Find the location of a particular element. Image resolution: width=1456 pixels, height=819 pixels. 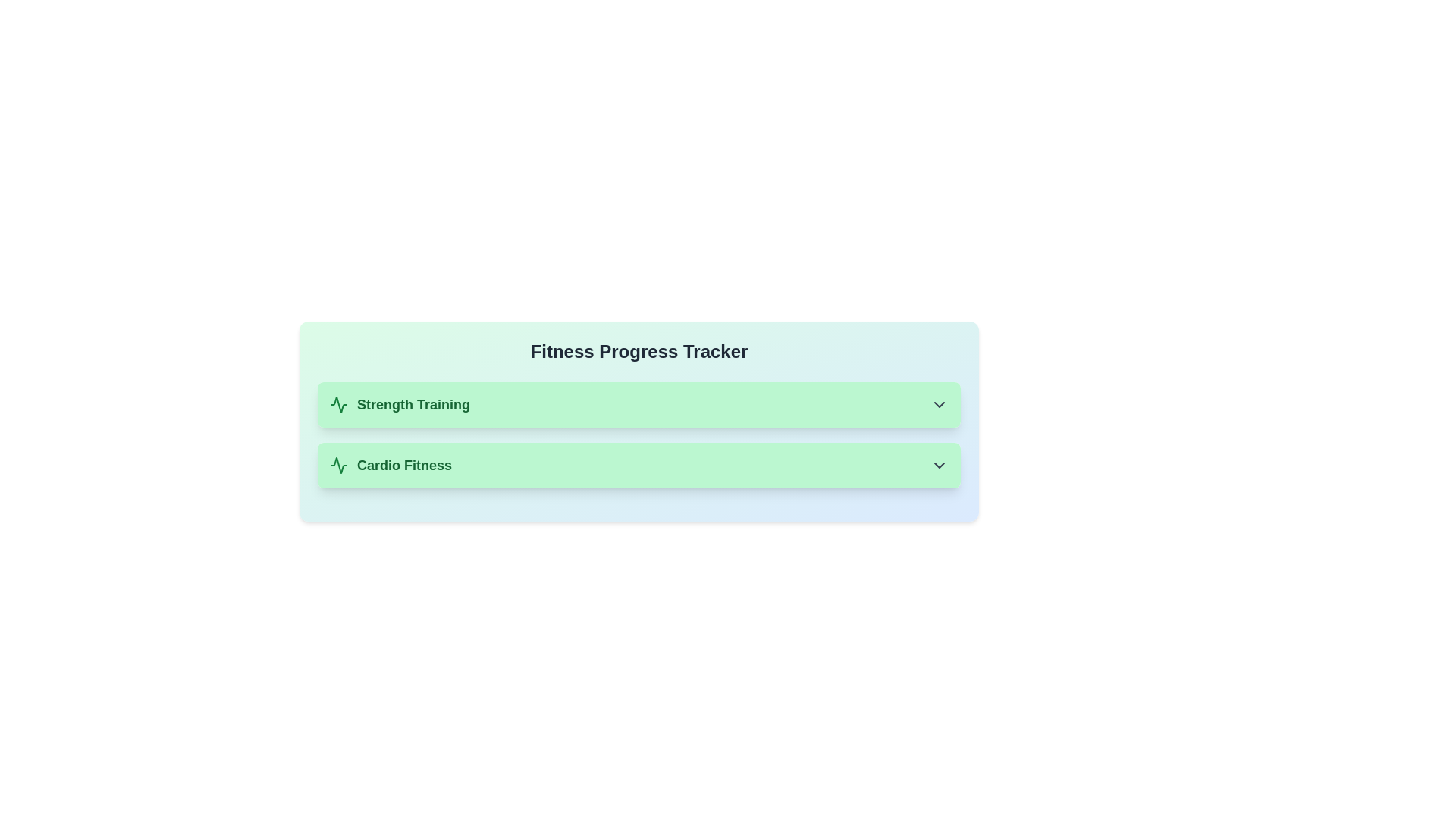

the green stroke icon of a waveform pattern located to the far left of the 'Strength Training' section, which is the first icon in the row is located at coordinates (337, 464).